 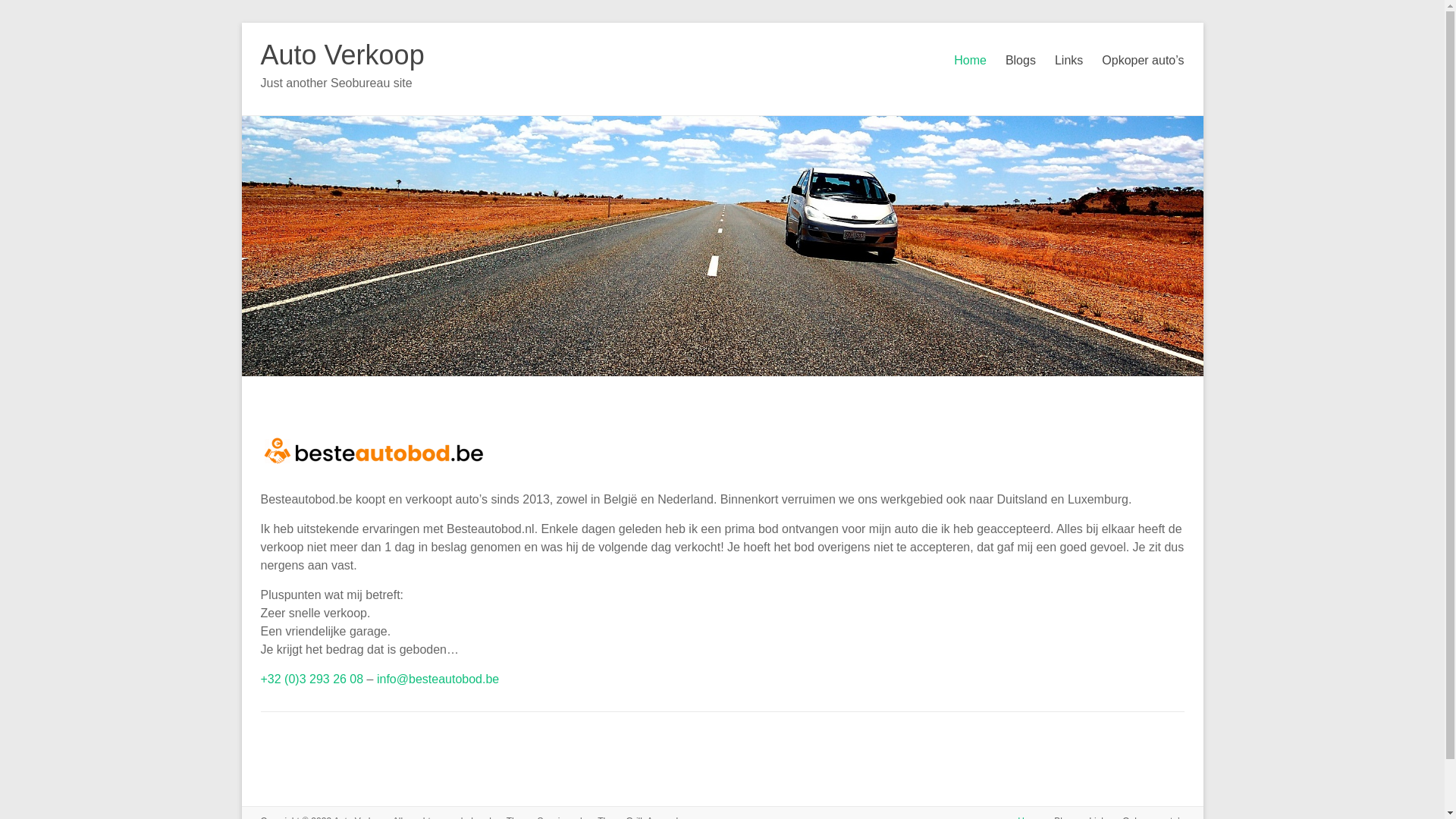 What do you see at coordinates (1020, 60) in the screenshot?
I see `'Blogs'` at bounding box center [1020, 60].